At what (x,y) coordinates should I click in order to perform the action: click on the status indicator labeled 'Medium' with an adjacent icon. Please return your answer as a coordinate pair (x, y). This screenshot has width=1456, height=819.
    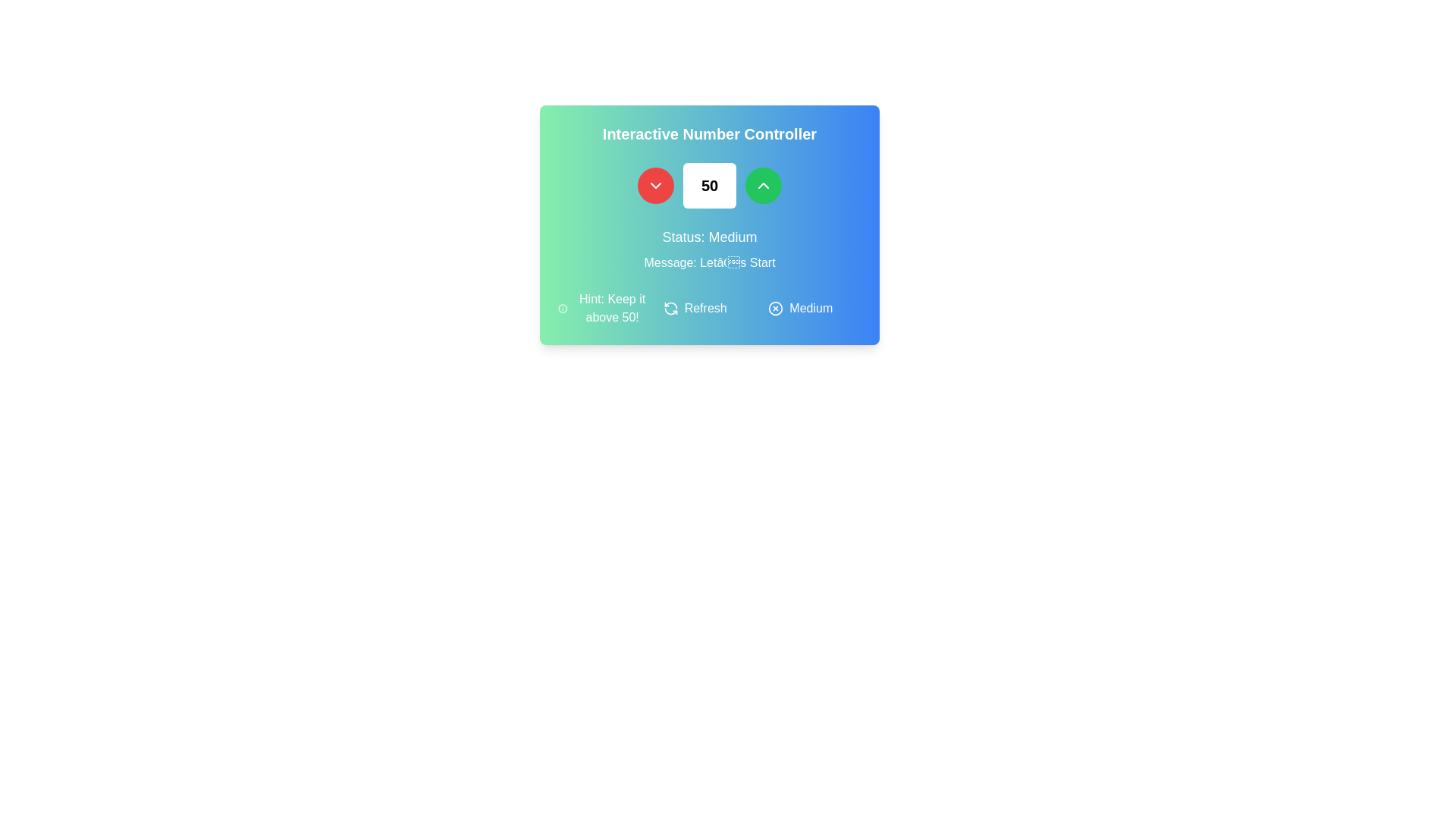
    Looking at the image, I should click on (814, 308).